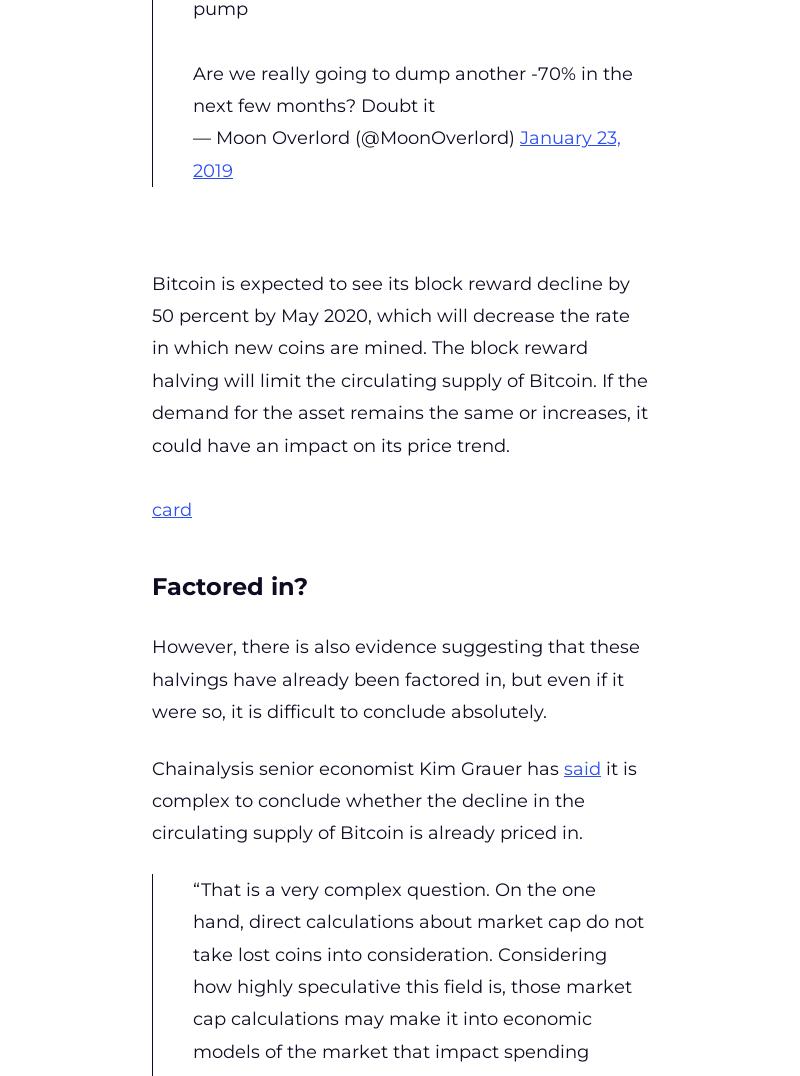 The width and height of the screenshot is (800, 1076). I want to click on 'January 23, 2019', so click(407, 153).